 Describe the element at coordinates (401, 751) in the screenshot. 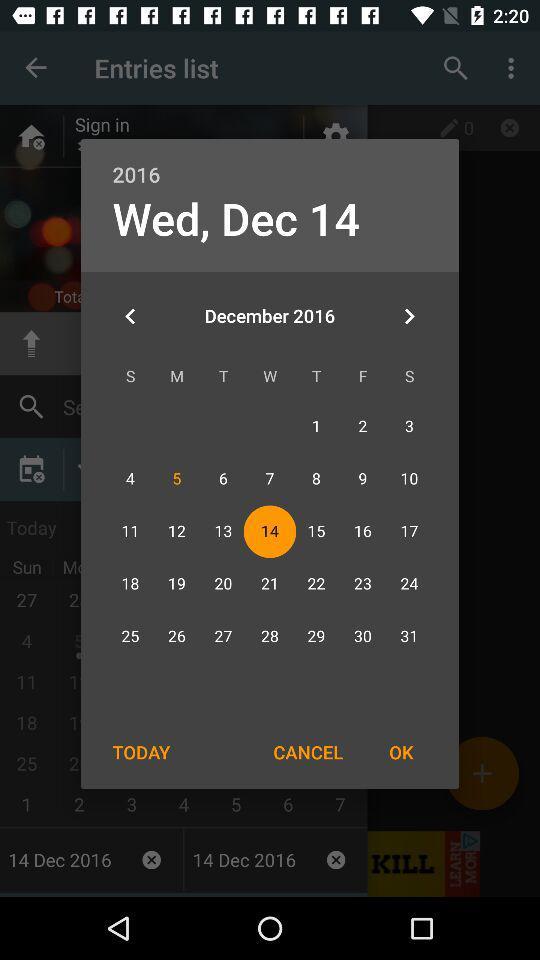

I see `the item next to cancel icon` at that location.